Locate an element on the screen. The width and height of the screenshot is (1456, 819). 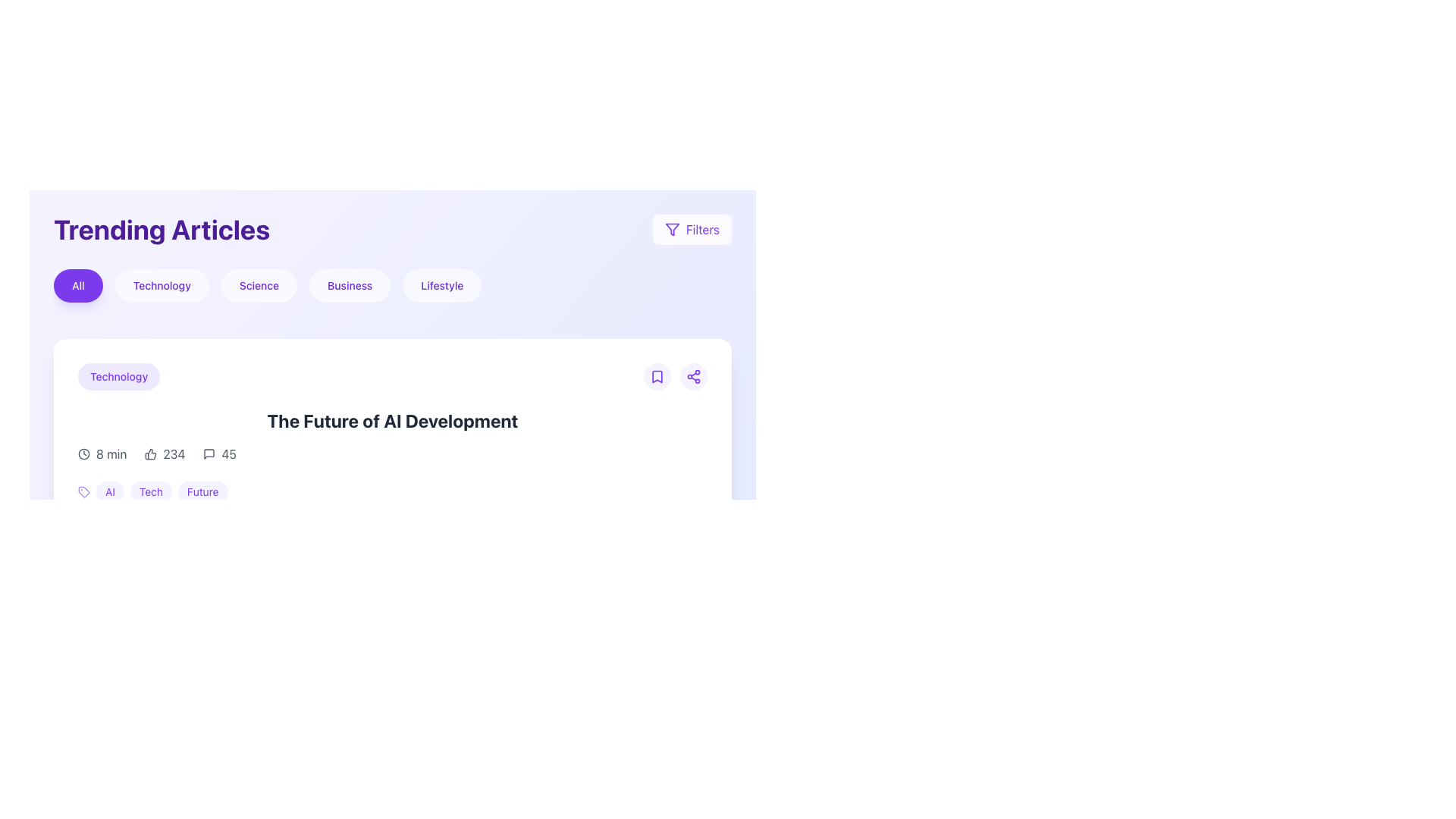
the first button with a rounded edge, soft violet background, and a bookmark icon is located at coordinates (657, 376).